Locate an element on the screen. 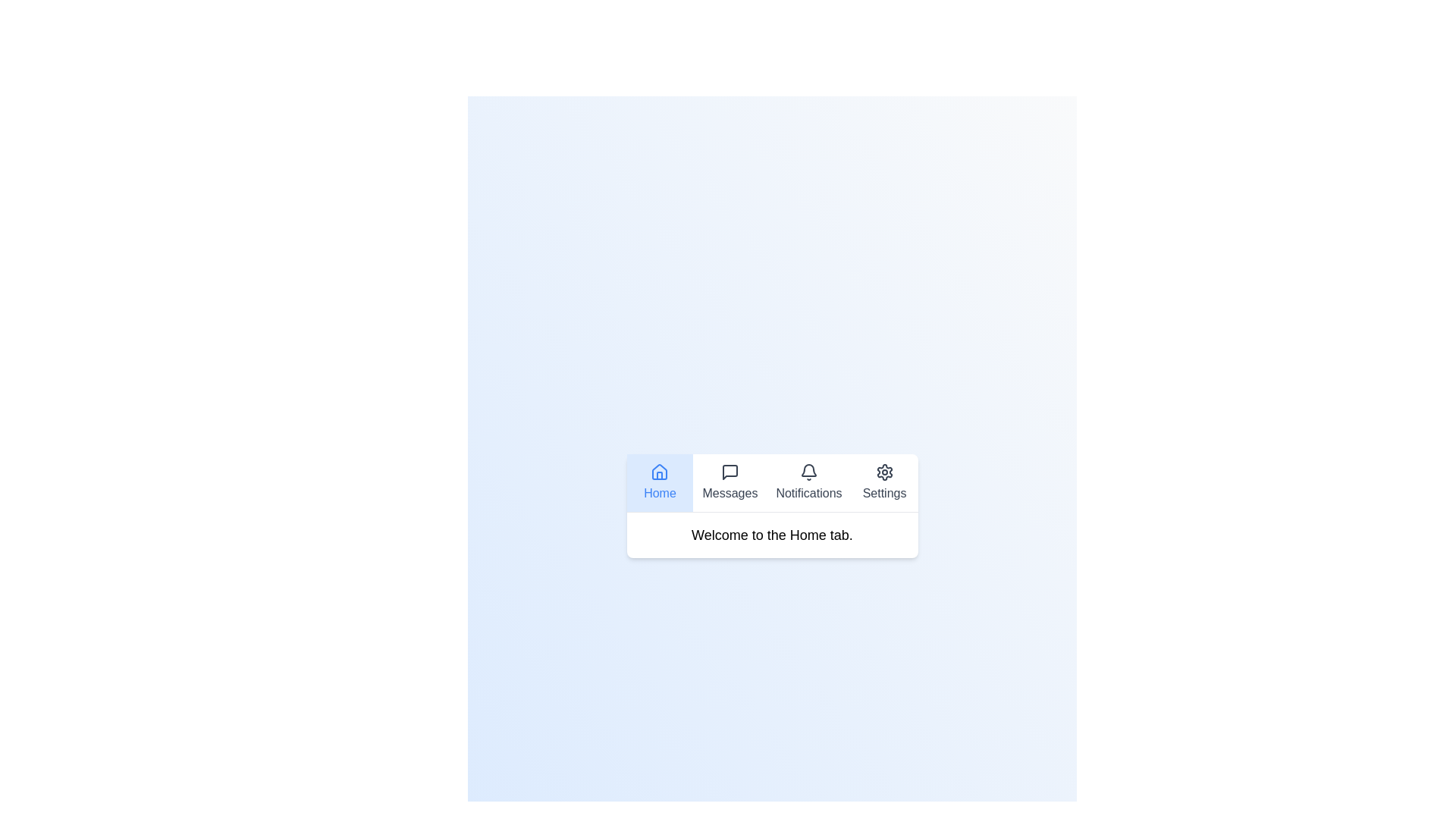 This screenshot has width=1456, height=819. the 'Settings' navigation button, which is the fourth item in the navigation bar is located at coordinates (884, 482).